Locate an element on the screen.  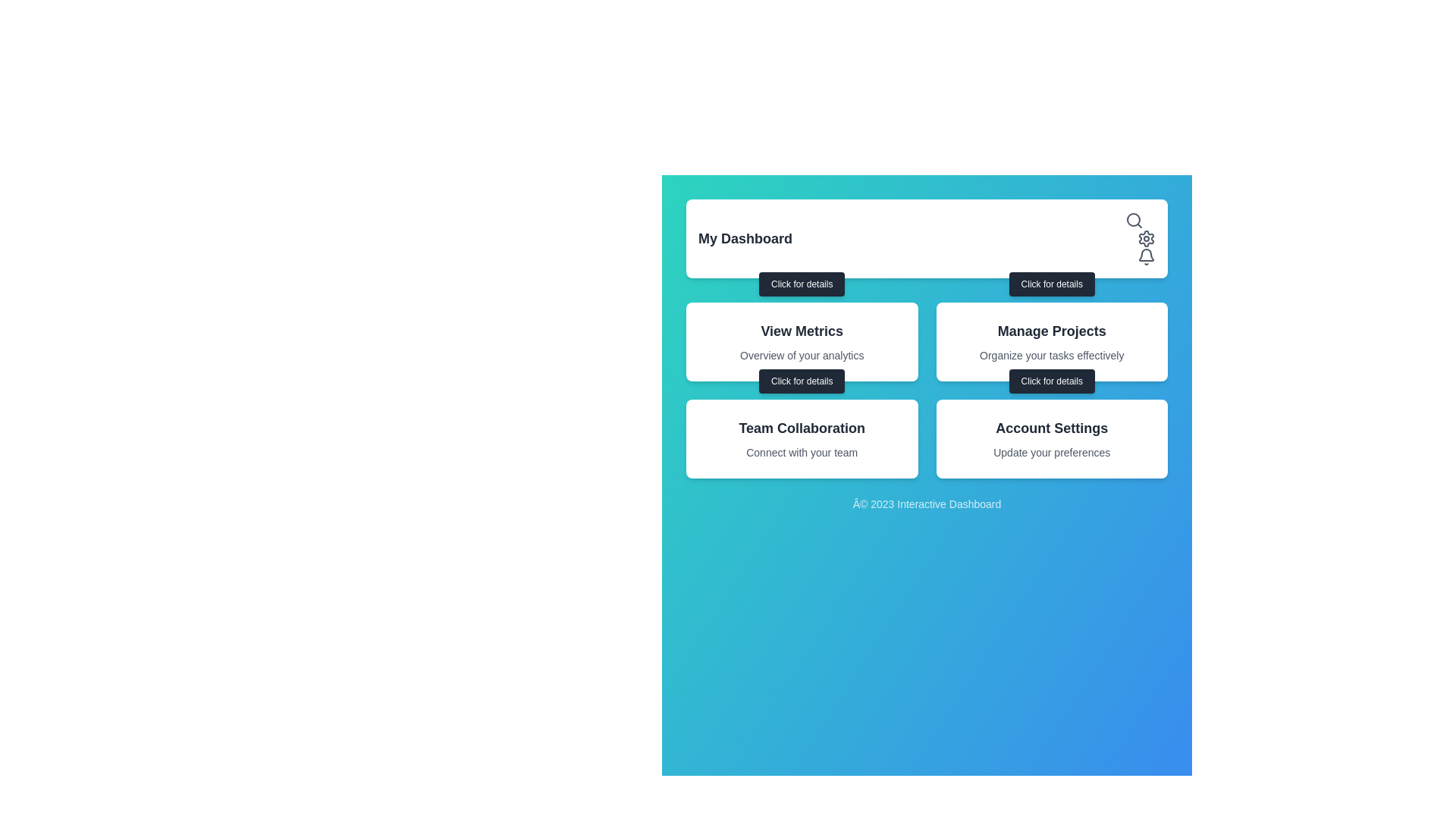
the 'Manage Projects' text label, which is styled in bold and larger size, located in the right card of the second row in a grid layout is located at coordinates (1051, 330).